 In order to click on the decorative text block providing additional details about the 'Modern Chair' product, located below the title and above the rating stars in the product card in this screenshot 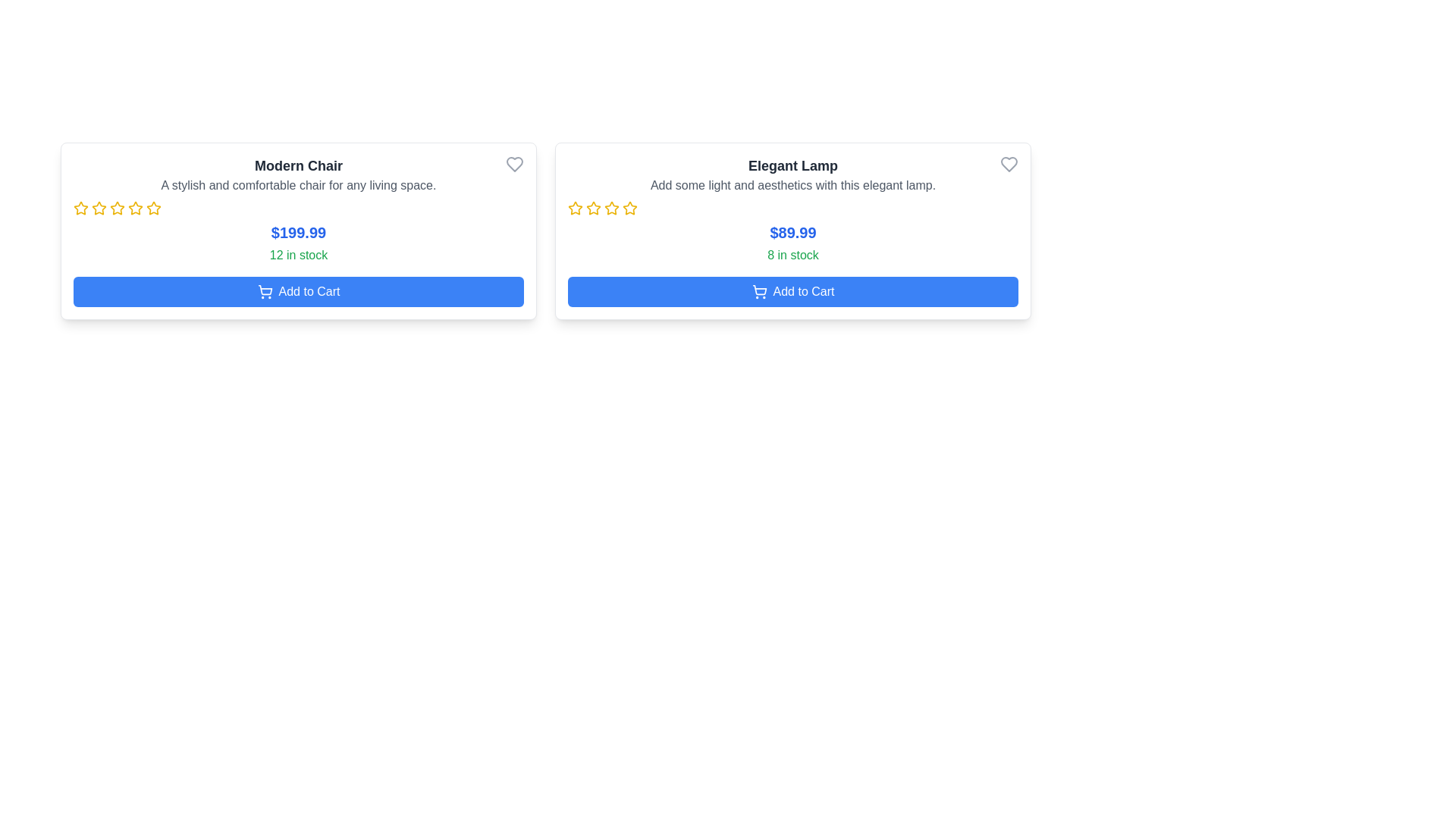, I will do `click(298, 185)`.